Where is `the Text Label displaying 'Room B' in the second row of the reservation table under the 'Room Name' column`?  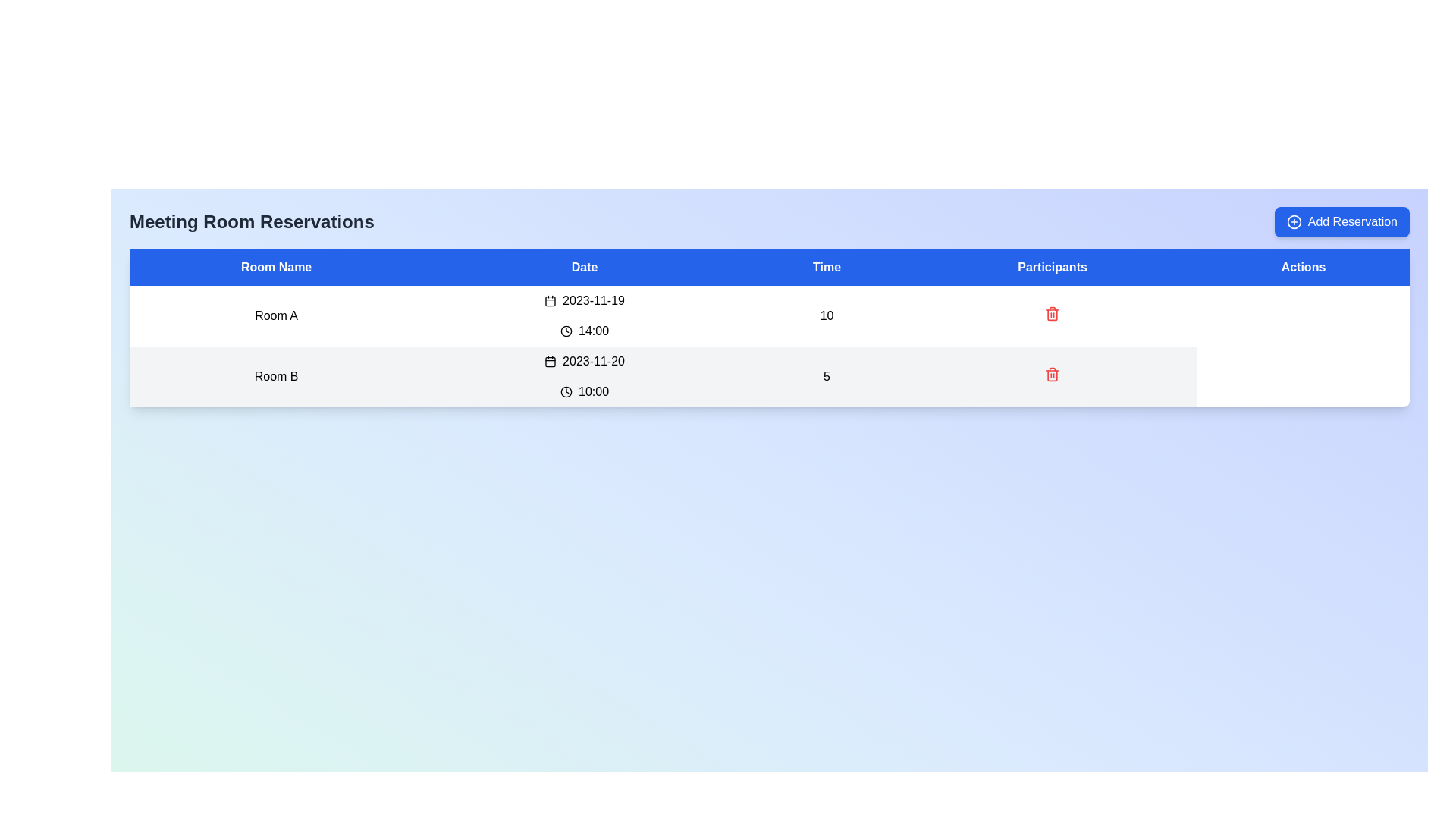 the Text Label displaying 'Room B' in the second row of the reservation table under the 'Room Name' column is located at coordinates (276, 376).